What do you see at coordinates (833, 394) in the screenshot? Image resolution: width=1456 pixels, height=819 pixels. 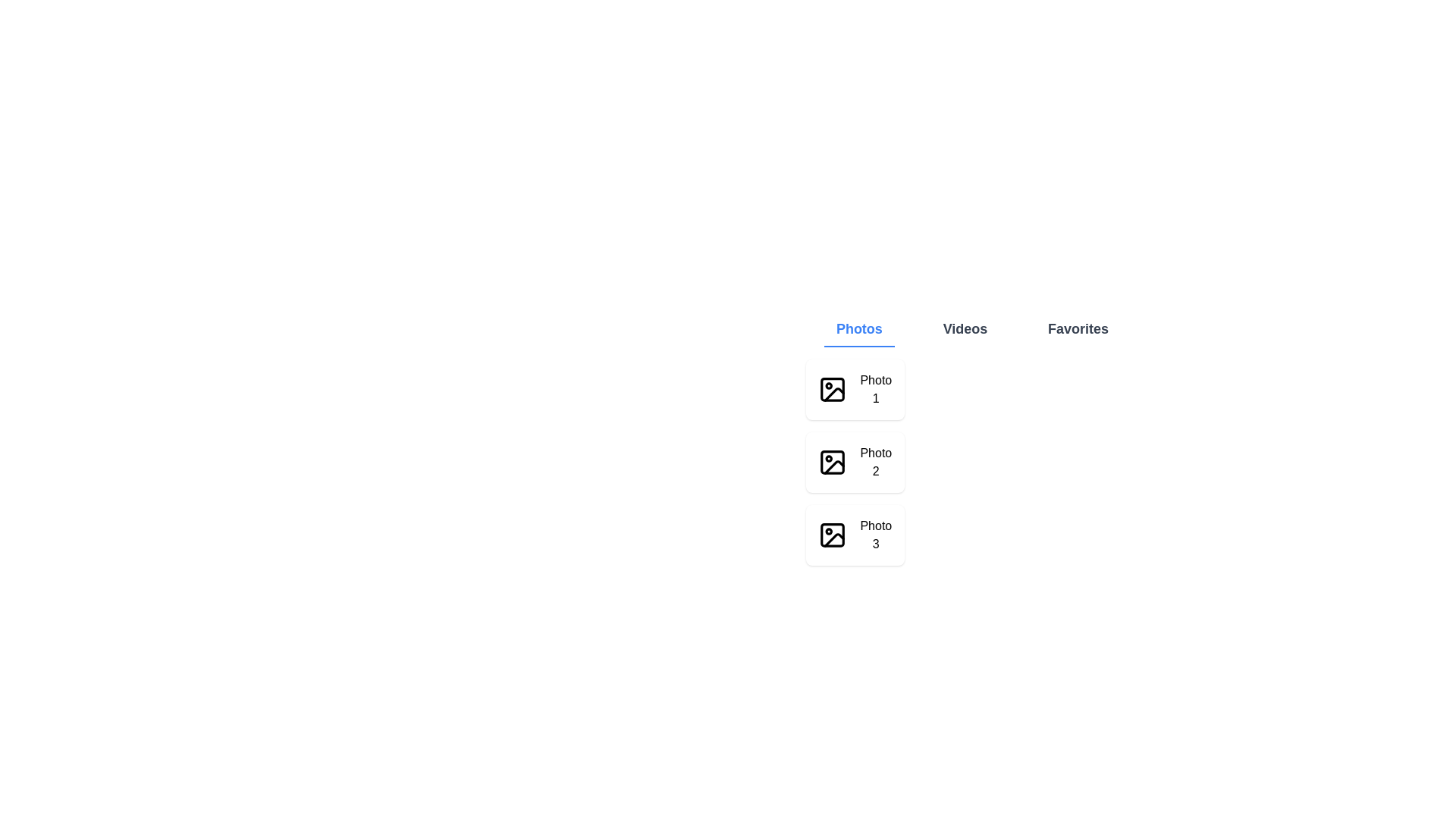 I see `the vector graphic line that forms a slanted pattern located within the topmost image icon in the 'Photos' section, adjacent to 'Photo 1'` at bounding box center [833, 394].